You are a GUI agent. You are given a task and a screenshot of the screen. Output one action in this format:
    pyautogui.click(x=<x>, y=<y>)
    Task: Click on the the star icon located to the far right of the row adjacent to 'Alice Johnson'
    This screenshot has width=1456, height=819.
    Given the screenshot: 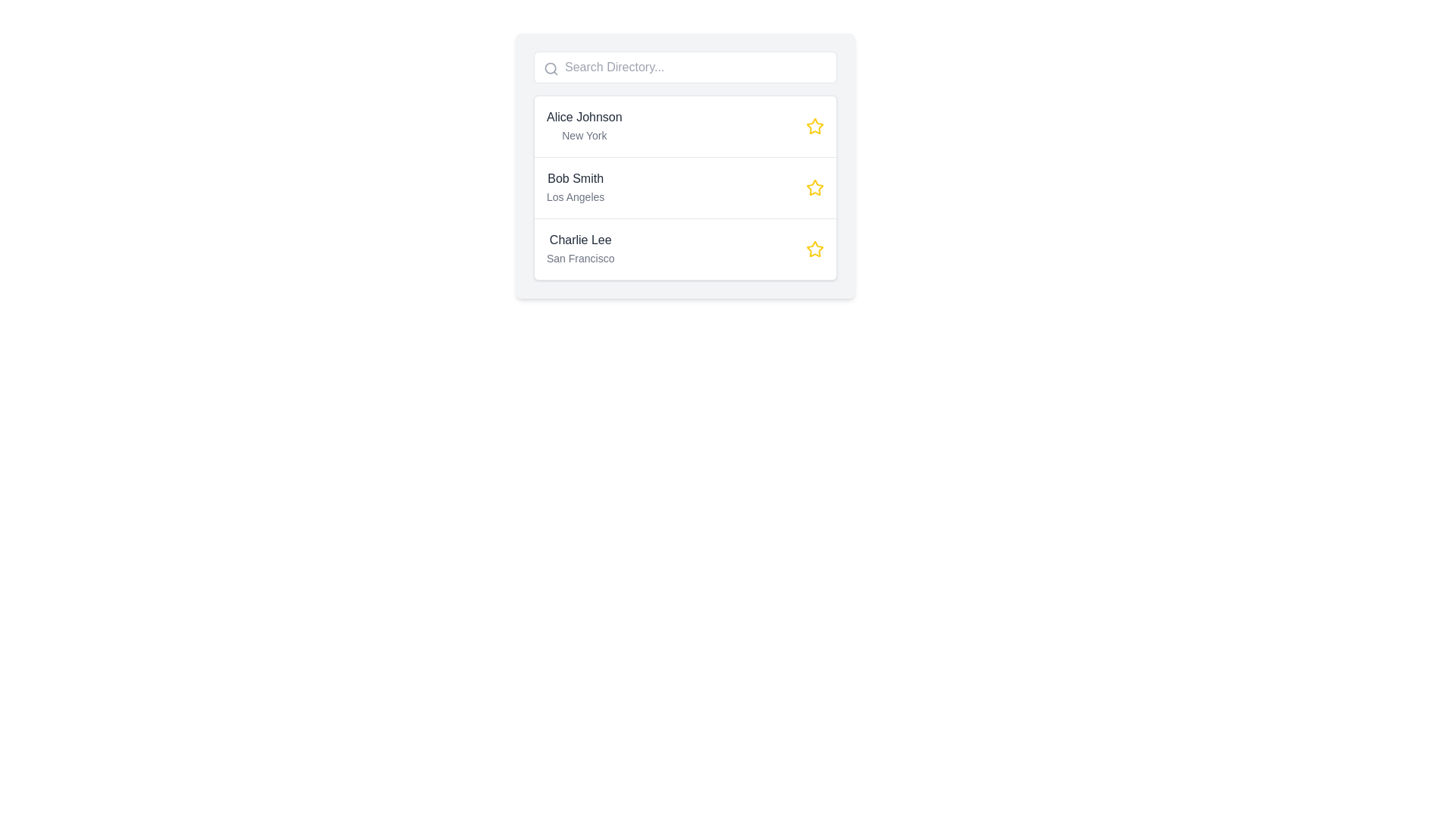 What is the action you would take?
    pyautogui.click(x=814, y=125)
    